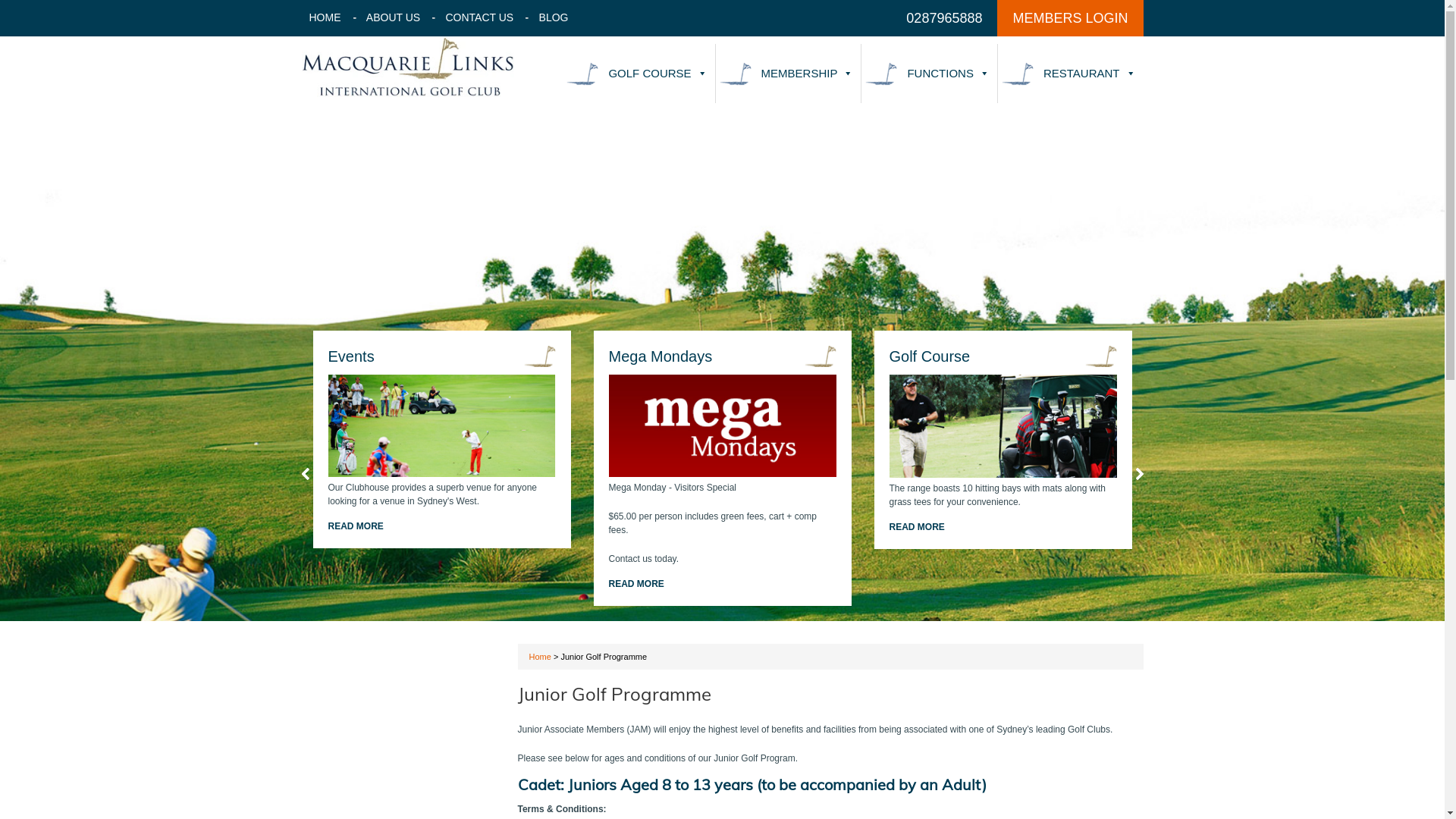 This screenshot has width=1456, height=819. What do you see at coordinates (479, 17) in the screenshot?
I see `'CONTACT US'` at bounding box center [479, 17].